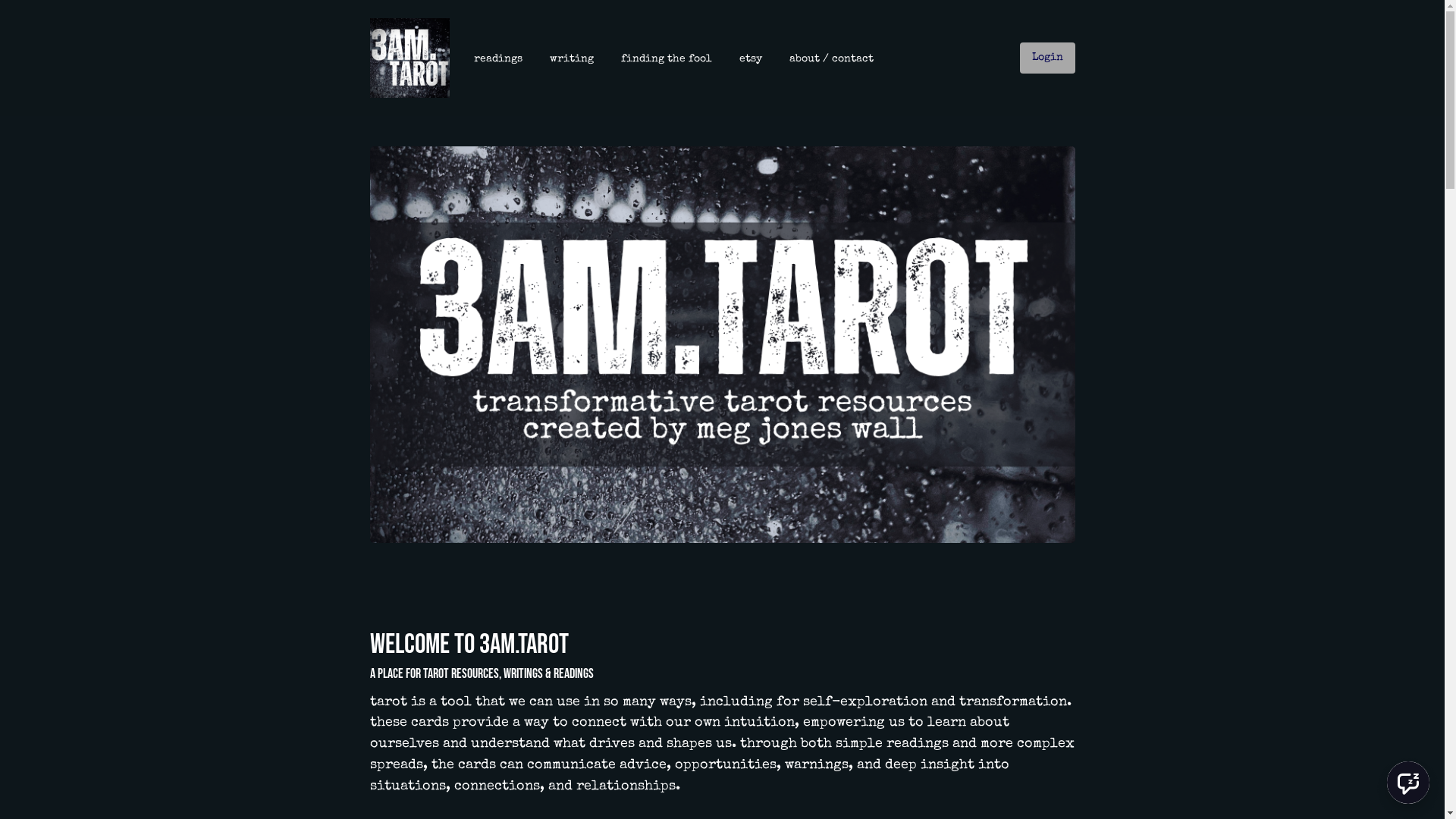 The image size is (1456, 819). Describe the element at coordinates (548, 58) in the screenshot. I see `'writing'` at that location.